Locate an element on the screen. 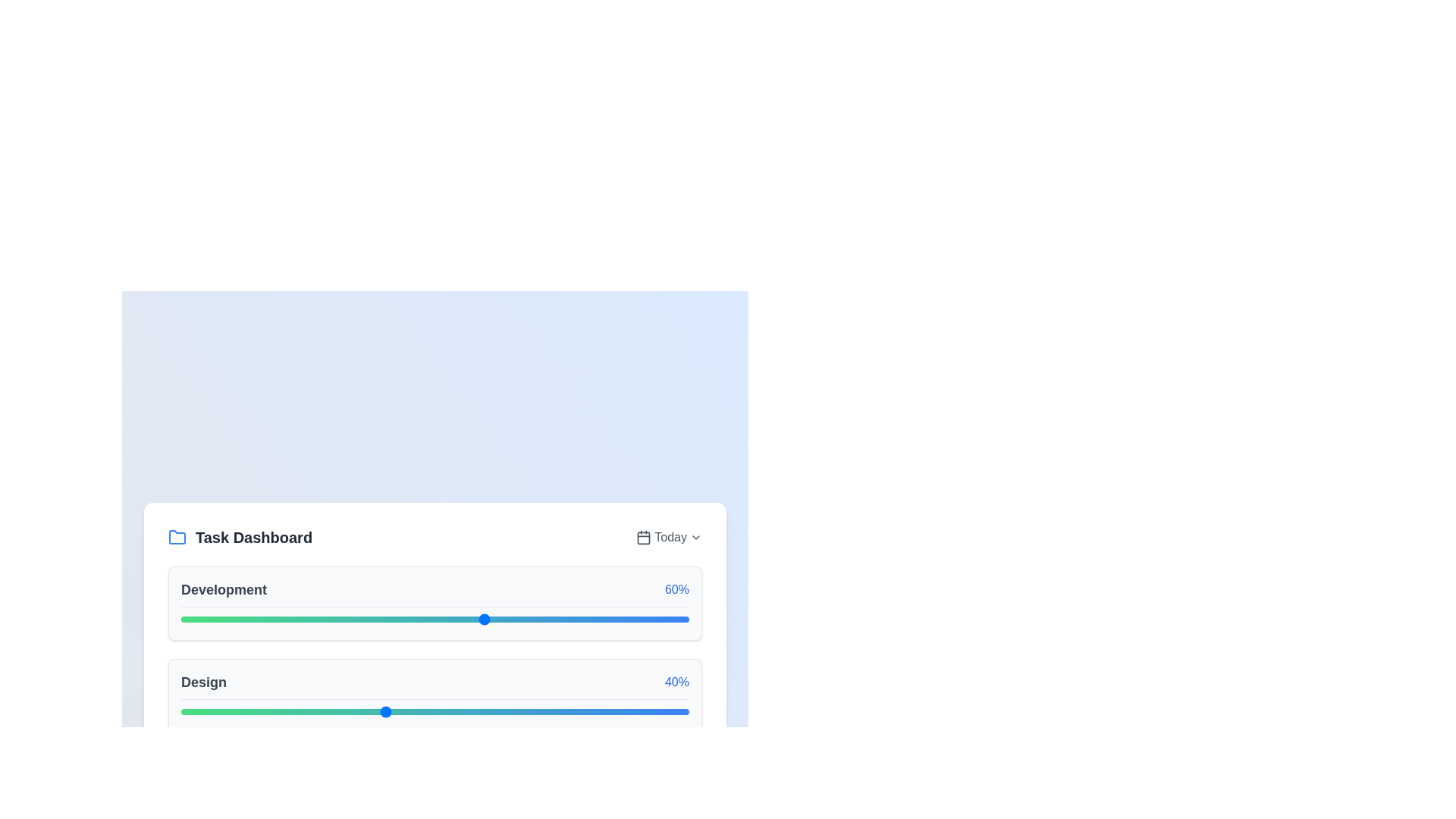 The width and height of the screenshot is (1456, 819). the development progress is located at coordinates (369, 620).